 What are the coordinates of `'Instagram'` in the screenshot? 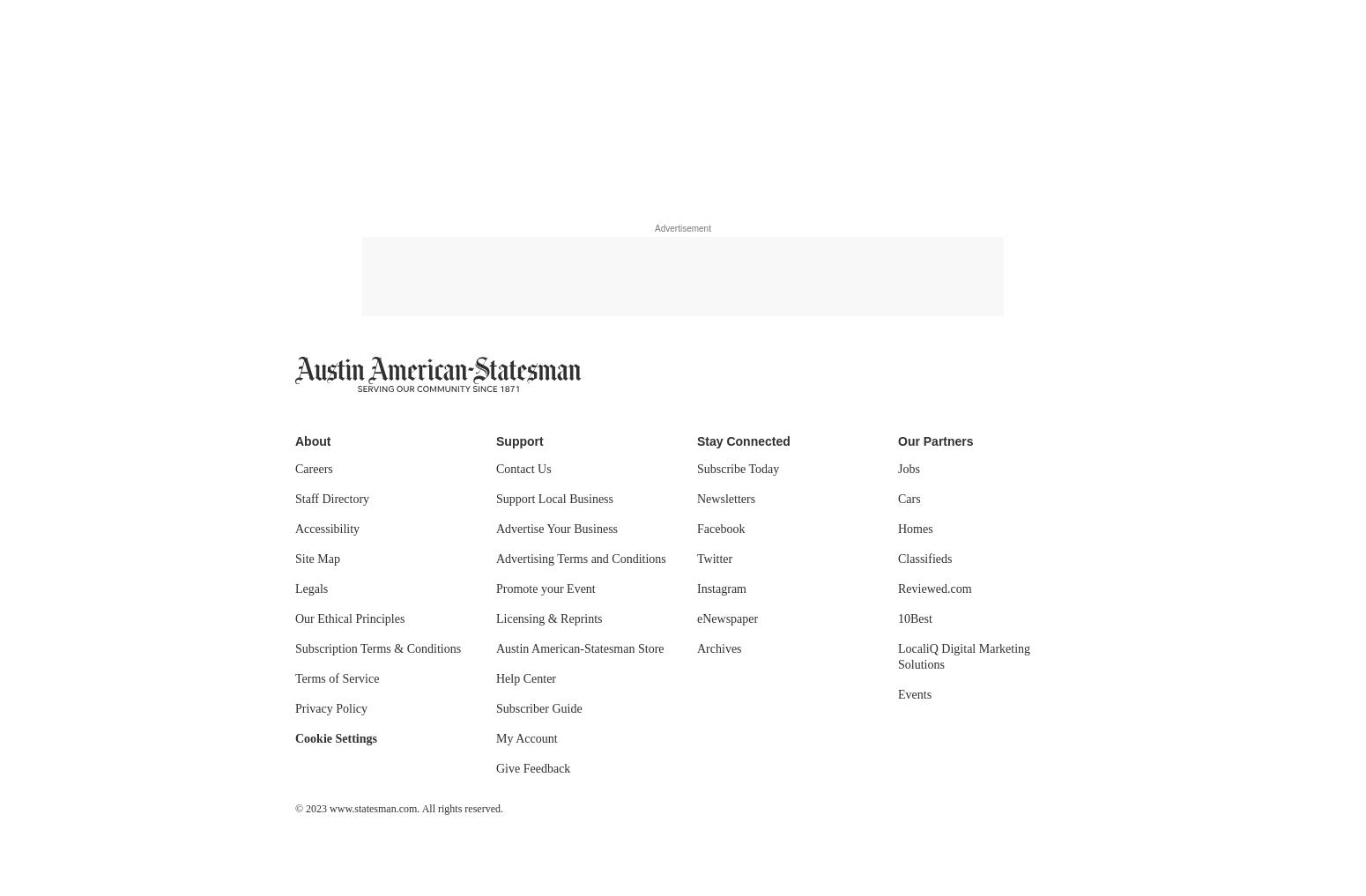 It's located at (720, 589).